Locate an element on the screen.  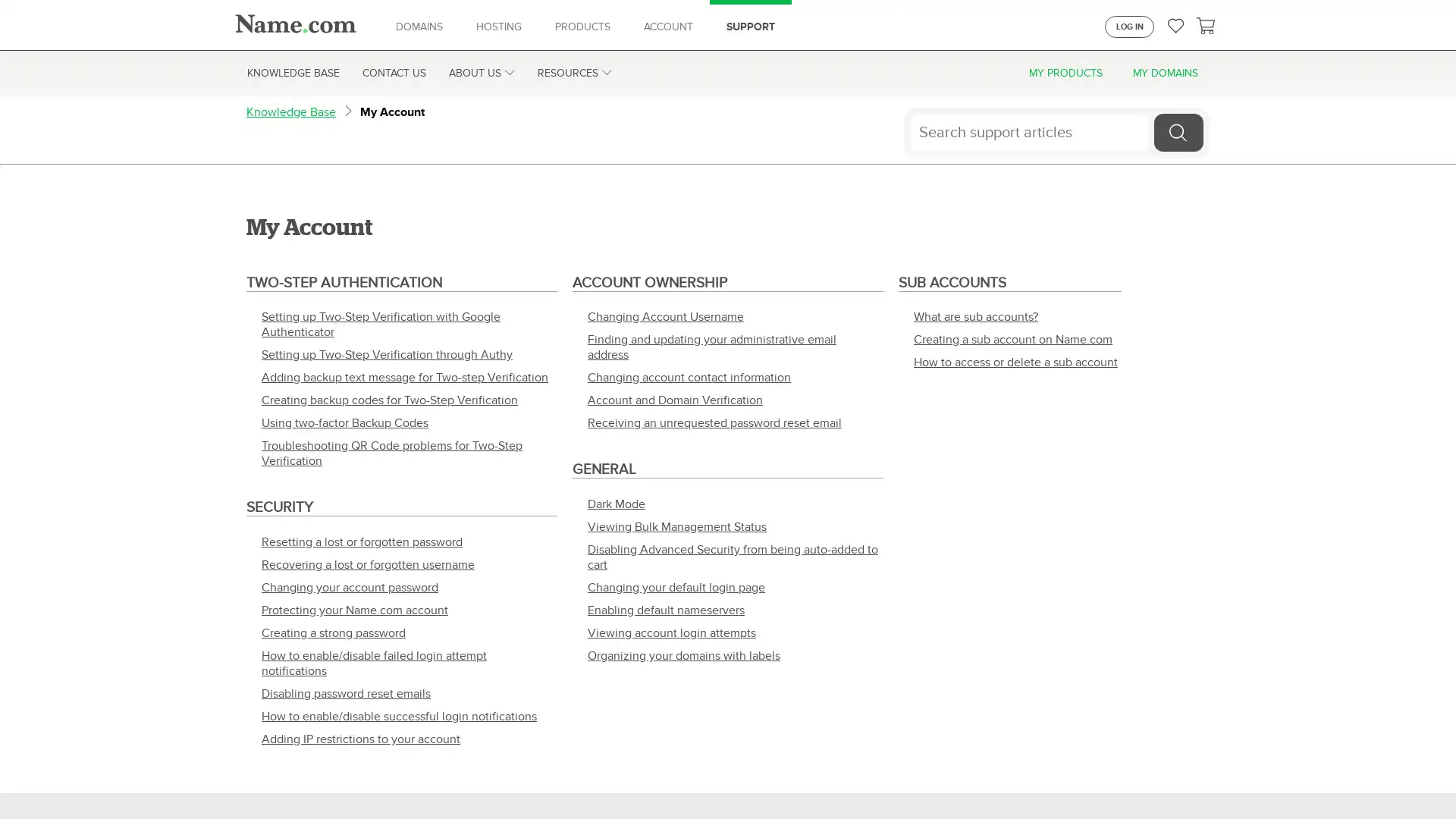
Close is located at coordinates (1430, 778).